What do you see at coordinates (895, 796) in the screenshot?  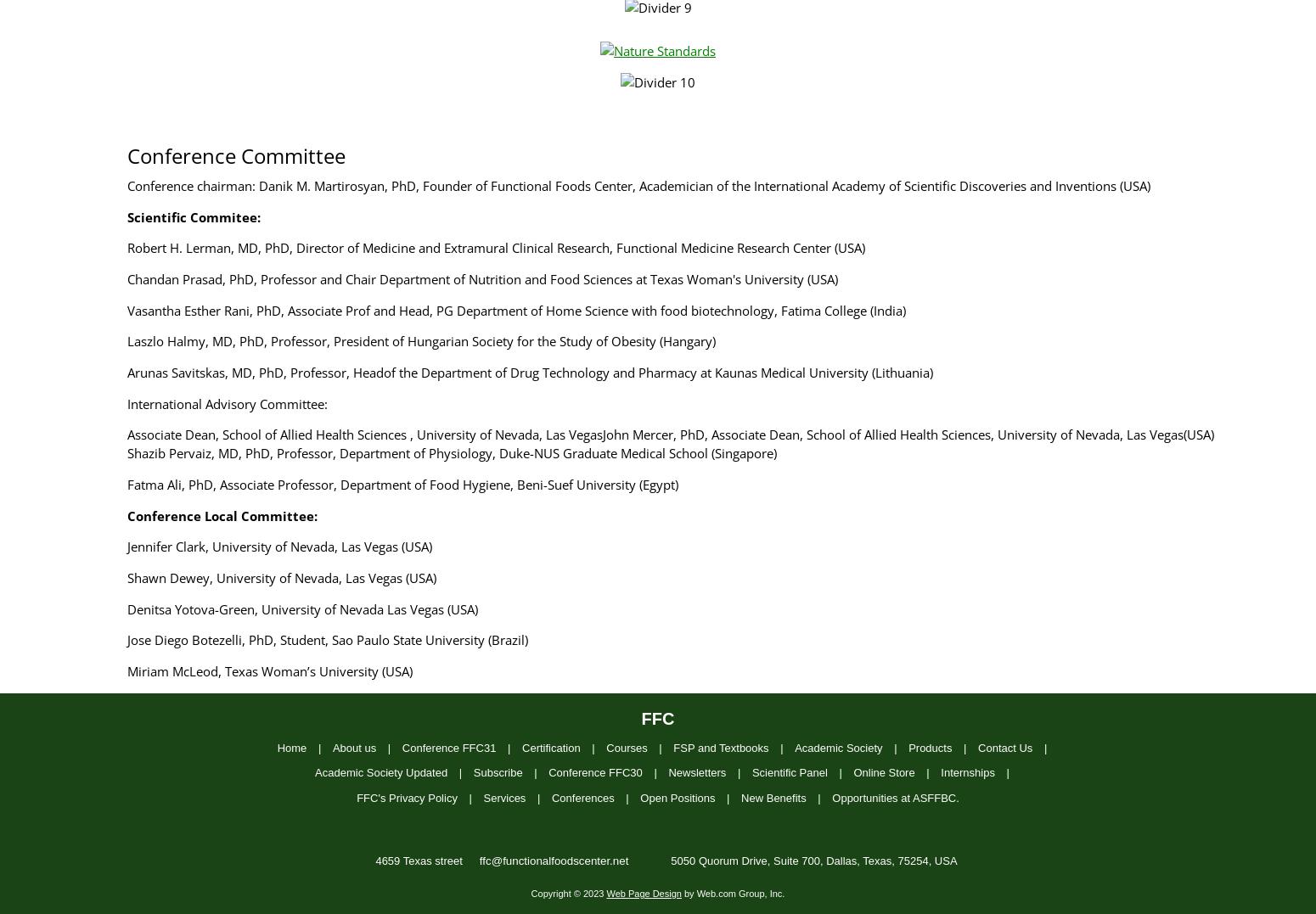 I see `'Opportunities at ASFFBC.'` at bounding box center [895, 796].